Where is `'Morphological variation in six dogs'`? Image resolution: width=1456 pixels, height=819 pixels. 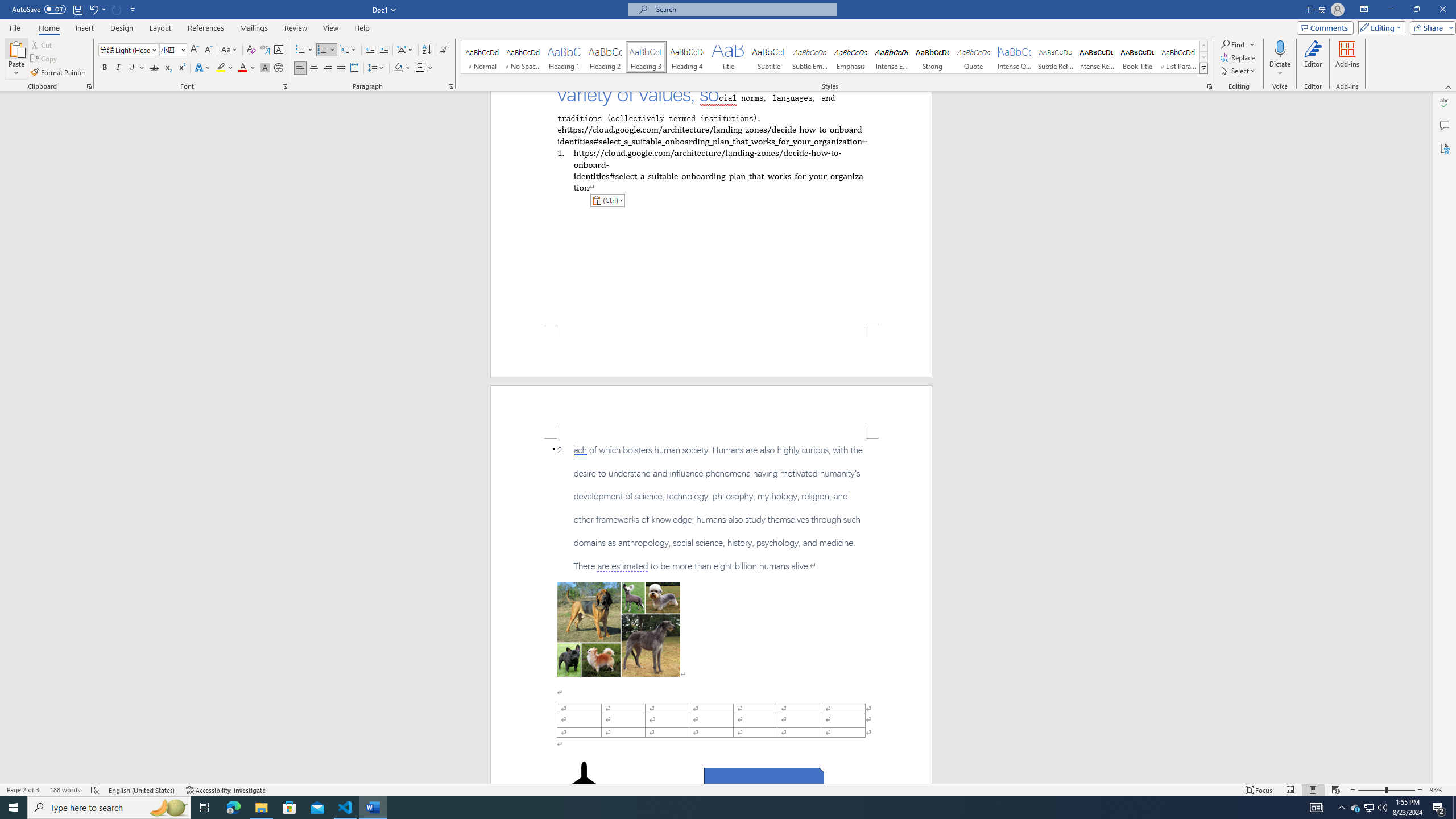 'Morphological variation in six dogs' is located at coordinates (619, 629).